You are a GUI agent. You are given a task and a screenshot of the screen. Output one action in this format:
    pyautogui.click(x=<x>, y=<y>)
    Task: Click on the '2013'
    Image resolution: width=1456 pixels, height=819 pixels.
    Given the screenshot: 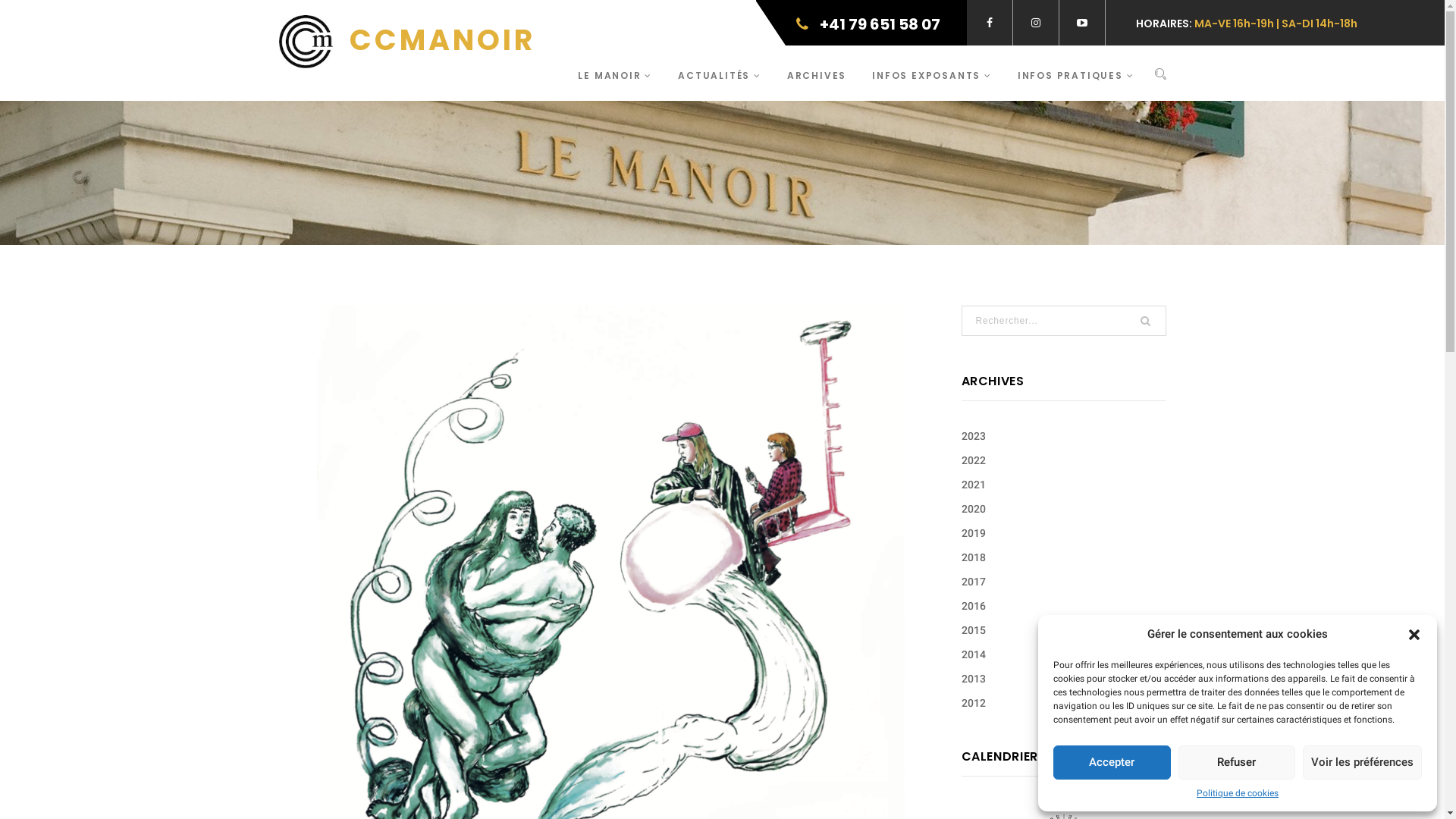 What is the action you would take?
    pyautogui.click(x=973, y=677)
    